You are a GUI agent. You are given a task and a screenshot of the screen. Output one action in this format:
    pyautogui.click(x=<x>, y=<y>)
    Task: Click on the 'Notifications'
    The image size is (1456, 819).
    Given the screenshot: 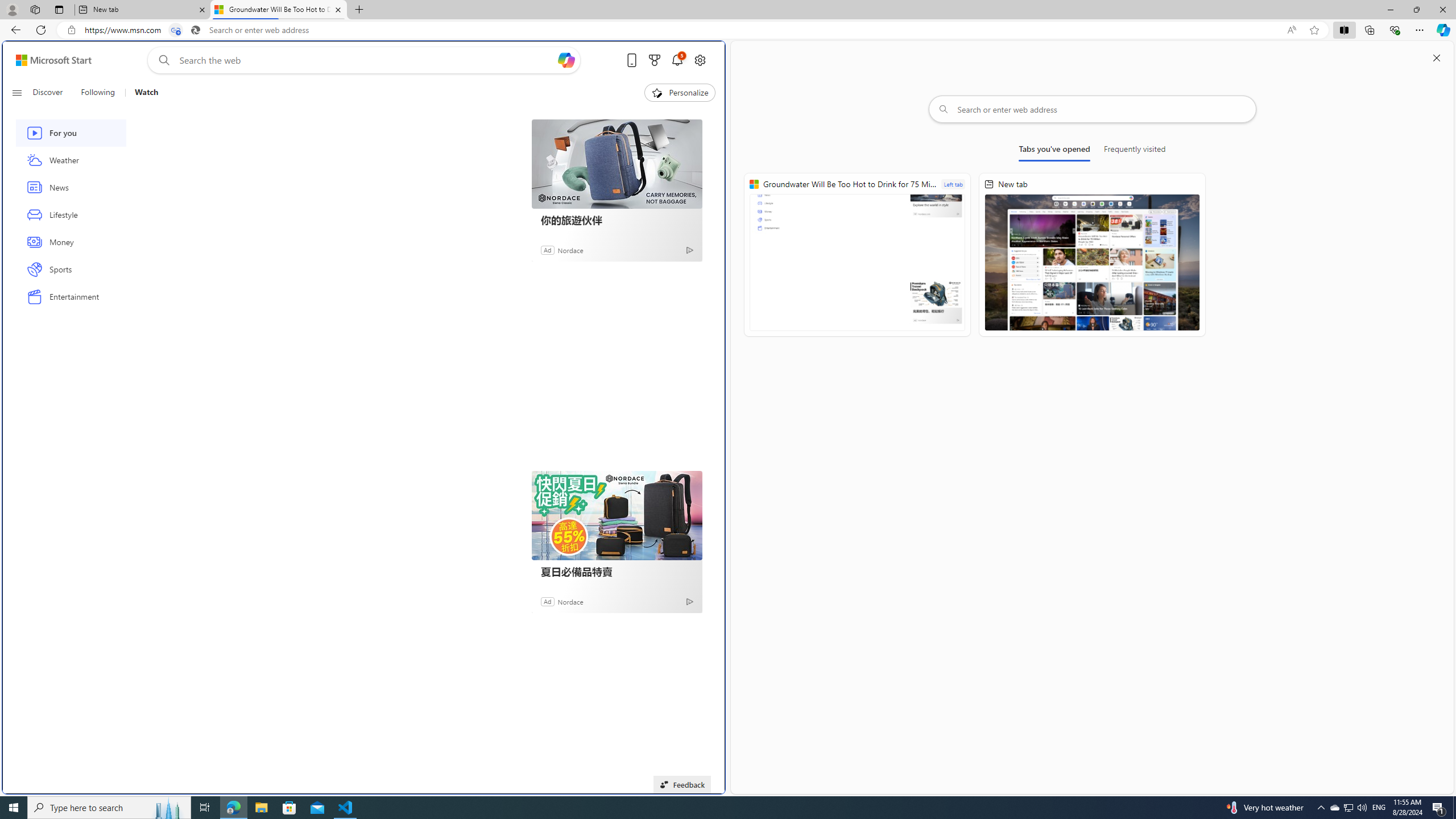 What is the action you would take?
    pyautogui.click(x=677, y=60)
    